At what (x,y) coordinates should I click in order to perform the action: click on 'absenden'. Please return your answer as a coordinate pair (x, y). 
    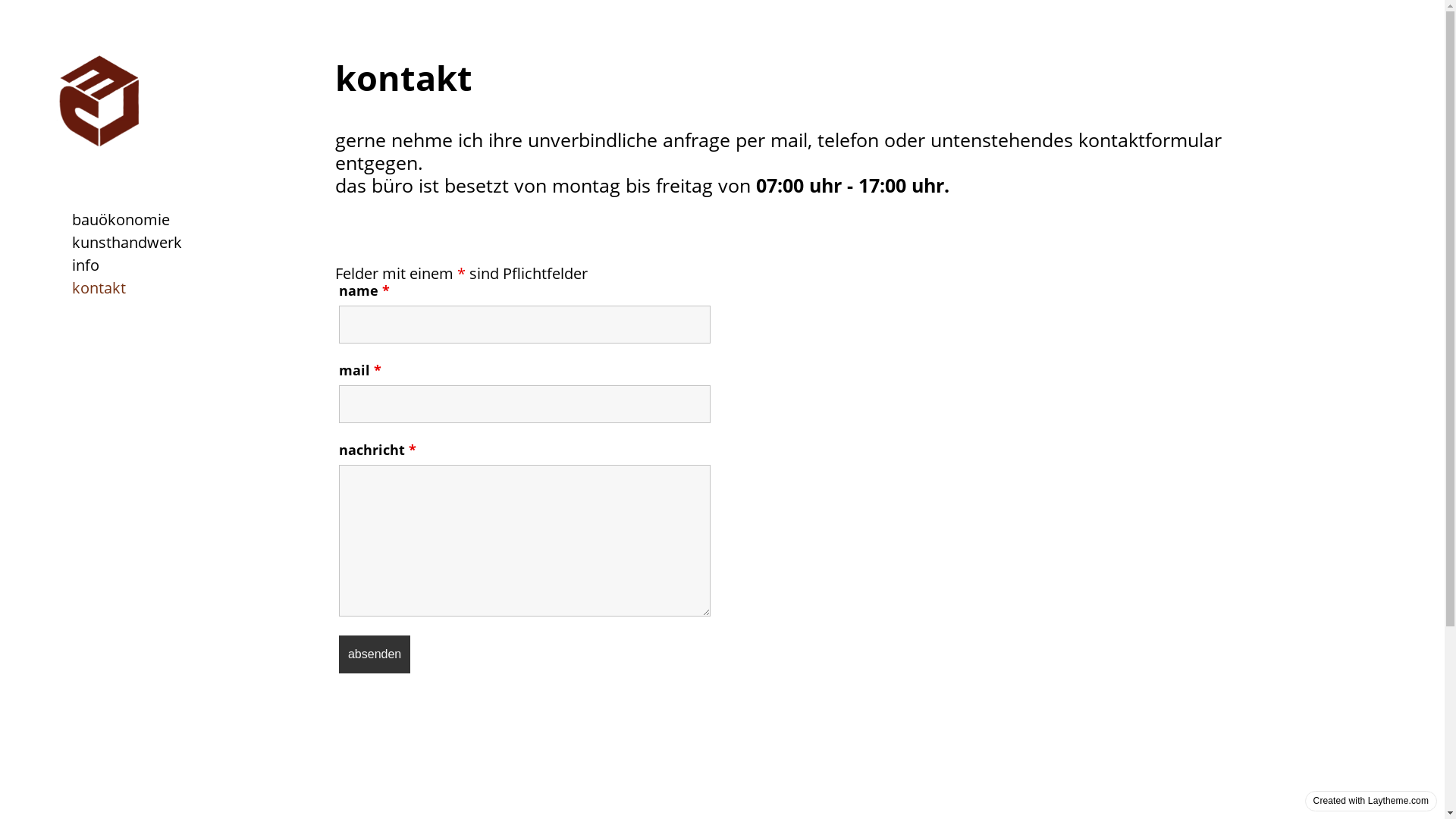
    Looking at the image, I should click on (337, 654).